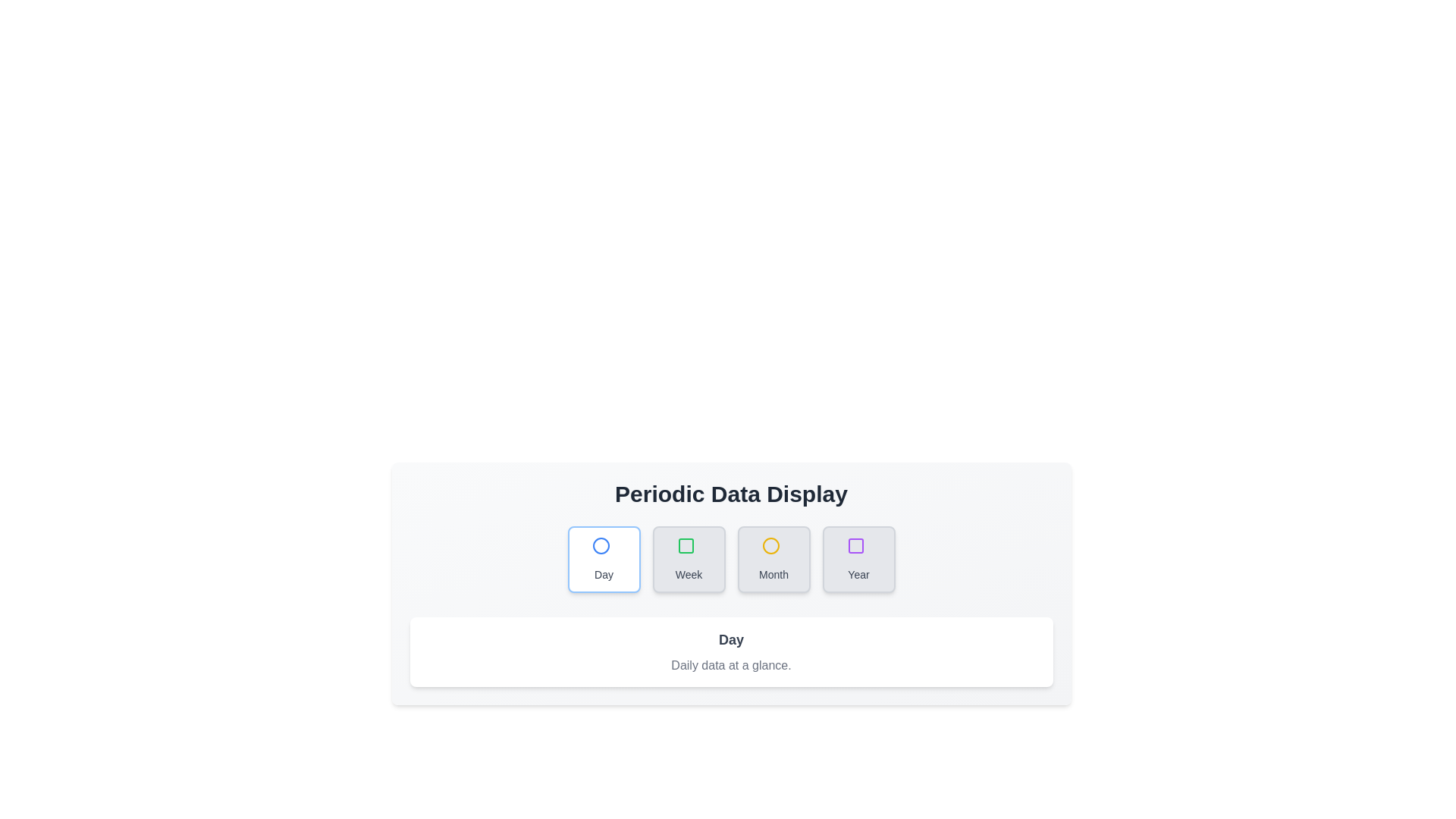 The image size is (1456, 819). Describe the element at coordinates (688, 559) in the screenshot. I see `the 'Week' button, which is a muted gray button with a green outlined square icon above the text, to observe any visual changes` at that location.